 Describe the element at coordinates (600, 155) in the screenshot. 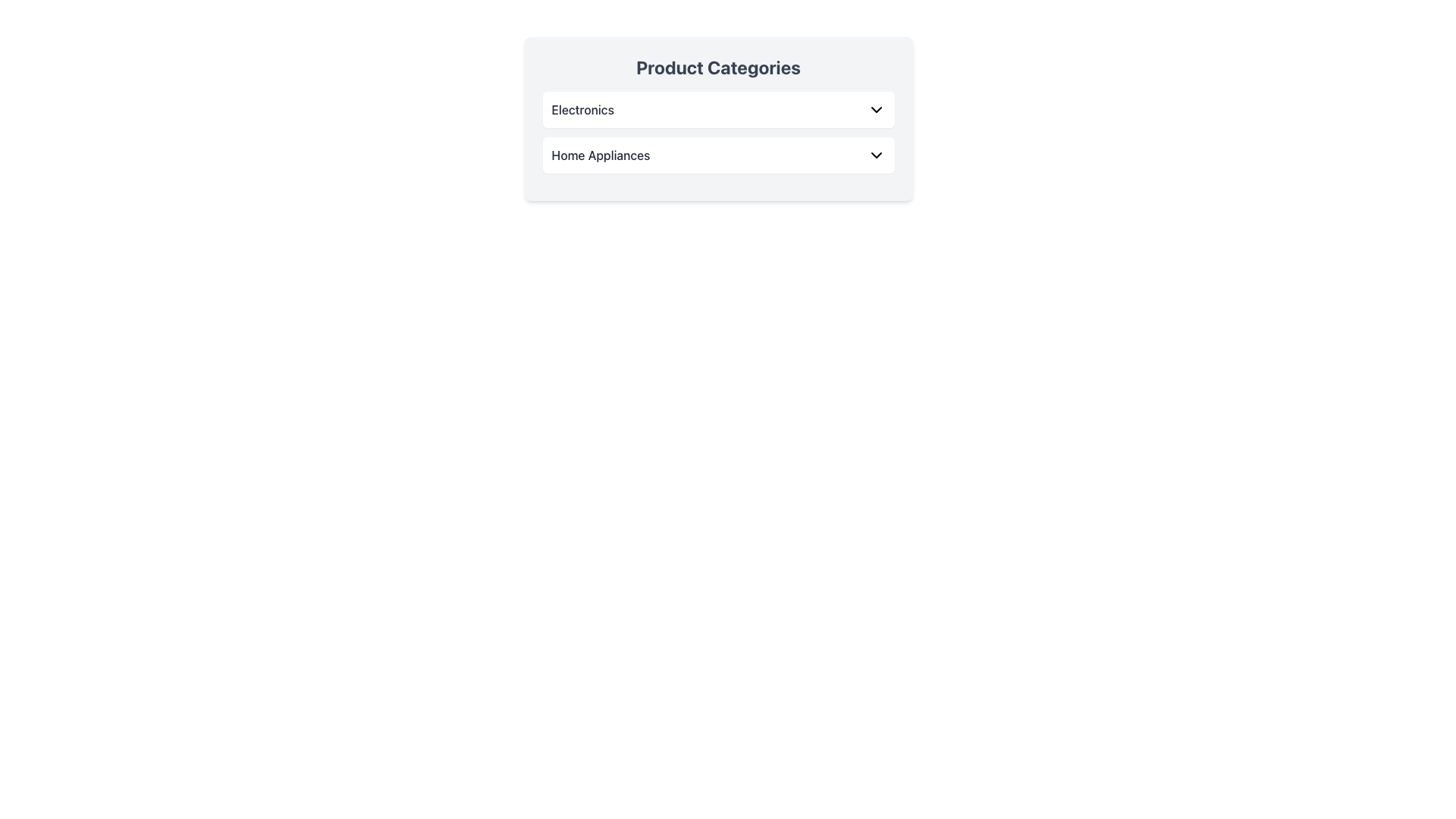

I see `the 'Home Appliances' text label located in the dropdown section titled 'Product Categories'` at that location.